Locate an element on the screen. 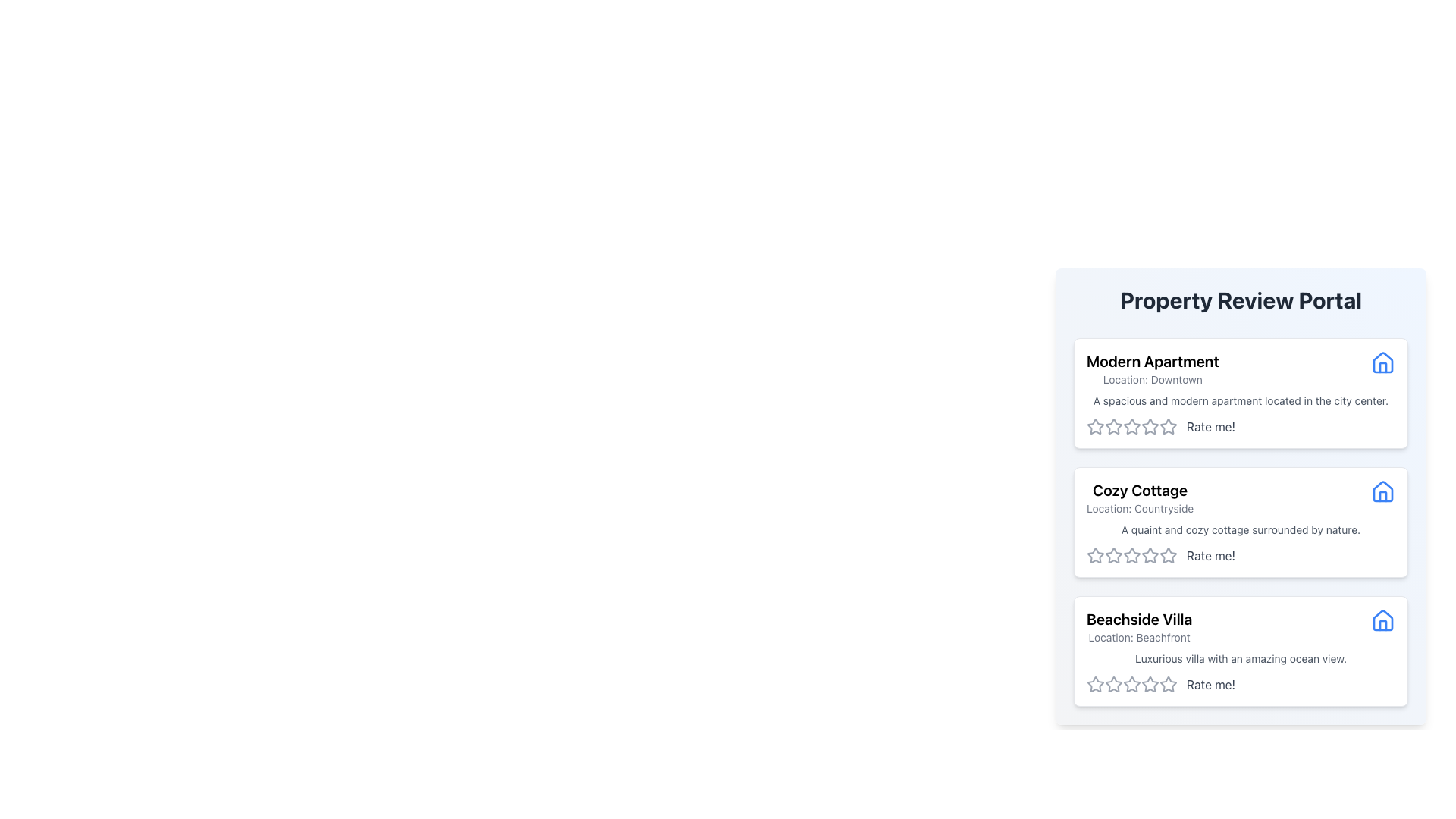 The width and height of the screenshot is (1456, 819). the third star in the rating bar under the 'Rate me!' label of the 'Cozy Cottage' section is located at coordinates (1131, 555).